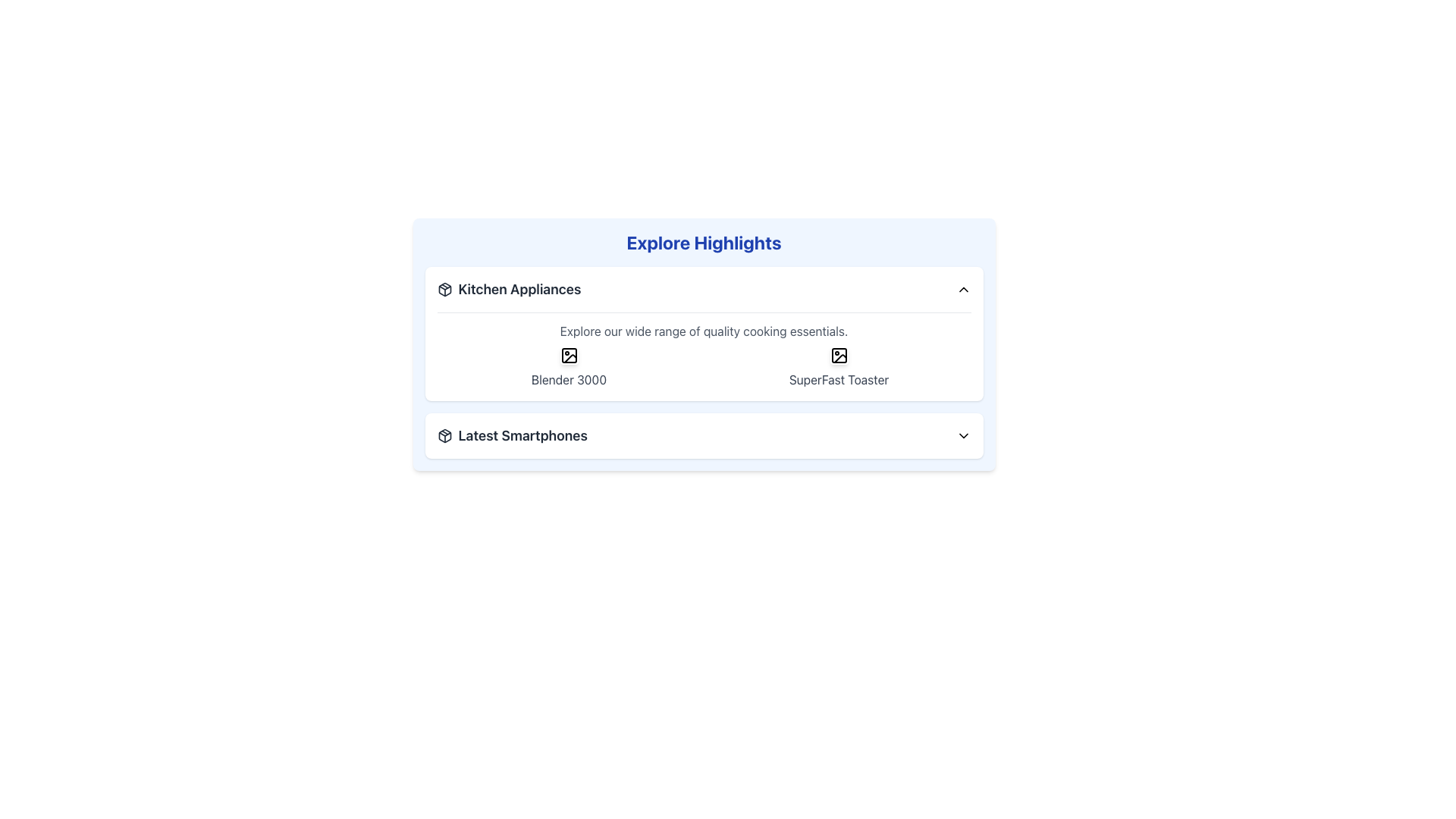 This screenshot has height=819, width=1456. I want to click on the small icon representing an image placeholder located under the 'Kitchen Appliances' category, positioned to the left of the 'Blender 3000' text, so click(568, 356).